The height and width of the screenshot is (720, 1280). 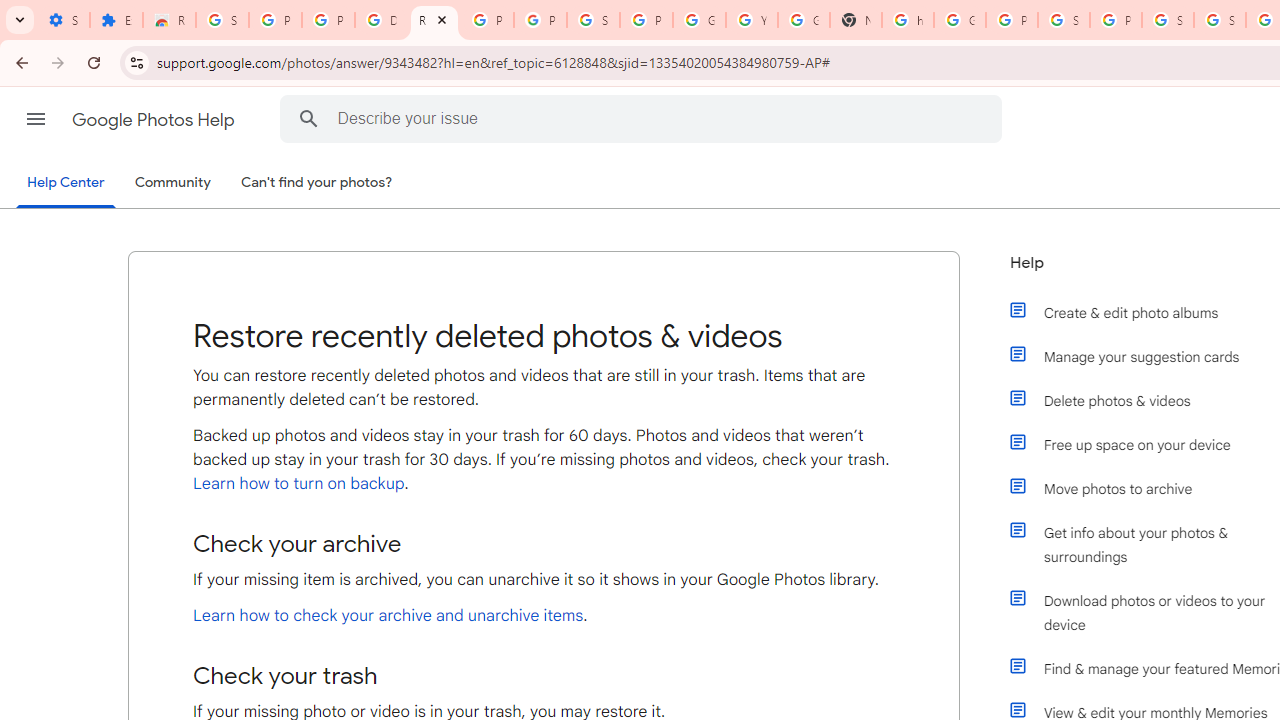 What do you see at coordinates (855, 20) in the screenshot?
I see `'New Tab'` at bounding box center [855, 20].